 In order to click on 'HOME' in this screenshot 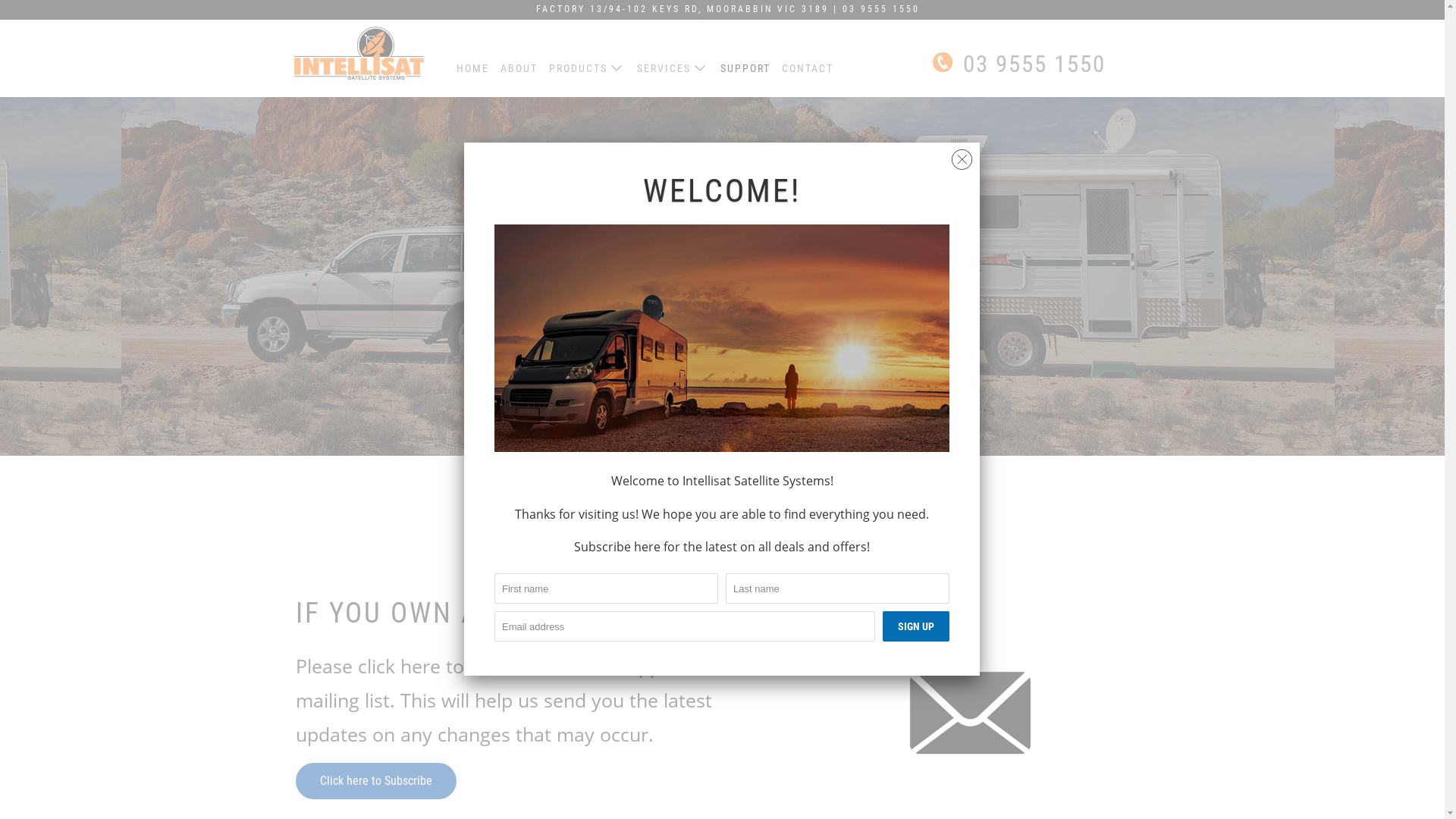, I will do `click(472, 66)`.